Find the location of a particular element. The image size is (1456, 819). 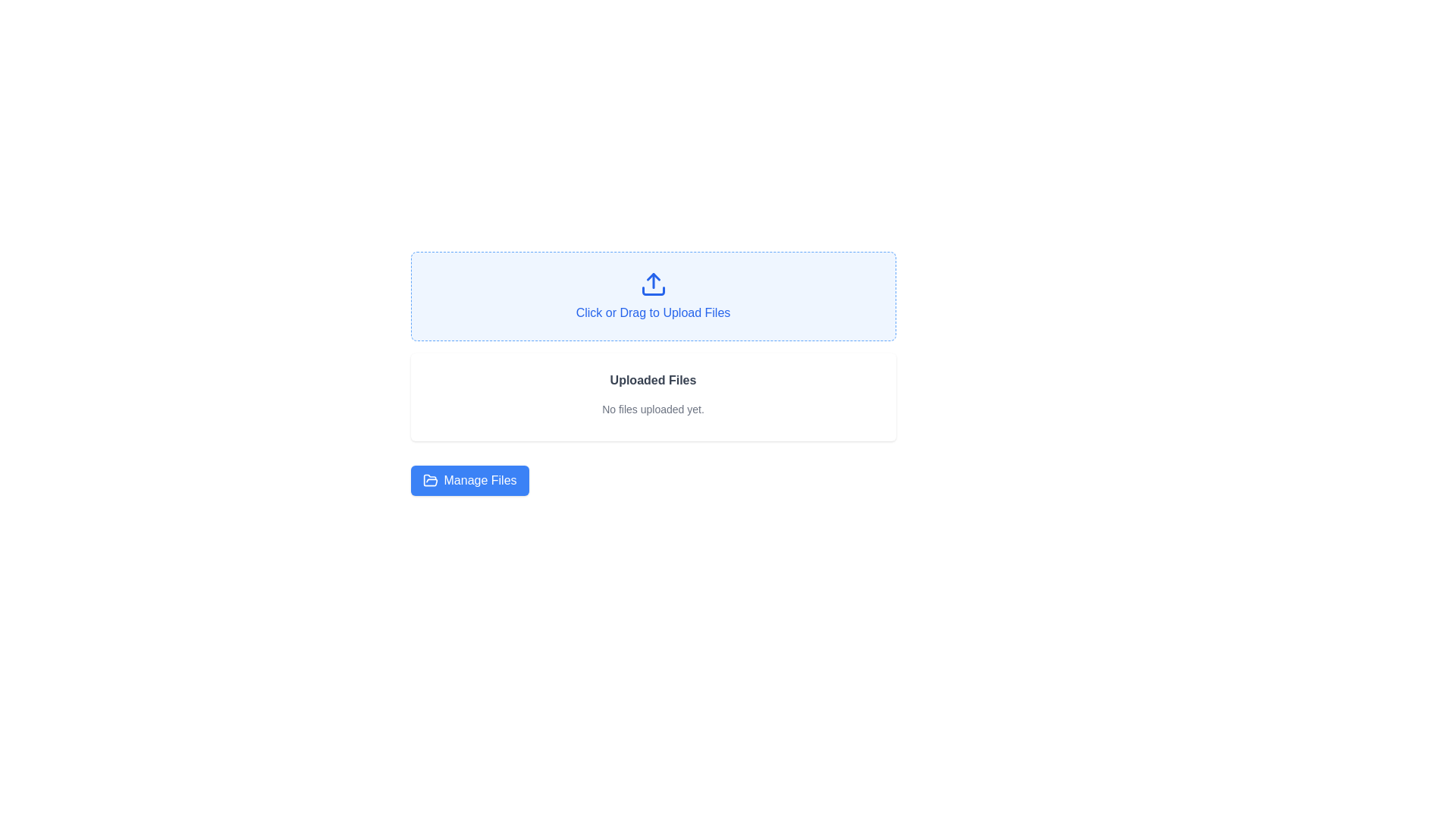

the 'Manage Files' text label within the blue rectangular button, which is located near the bottom center of the user interface and is aligned beside an open folder icon is located at coordinates (479, 480).